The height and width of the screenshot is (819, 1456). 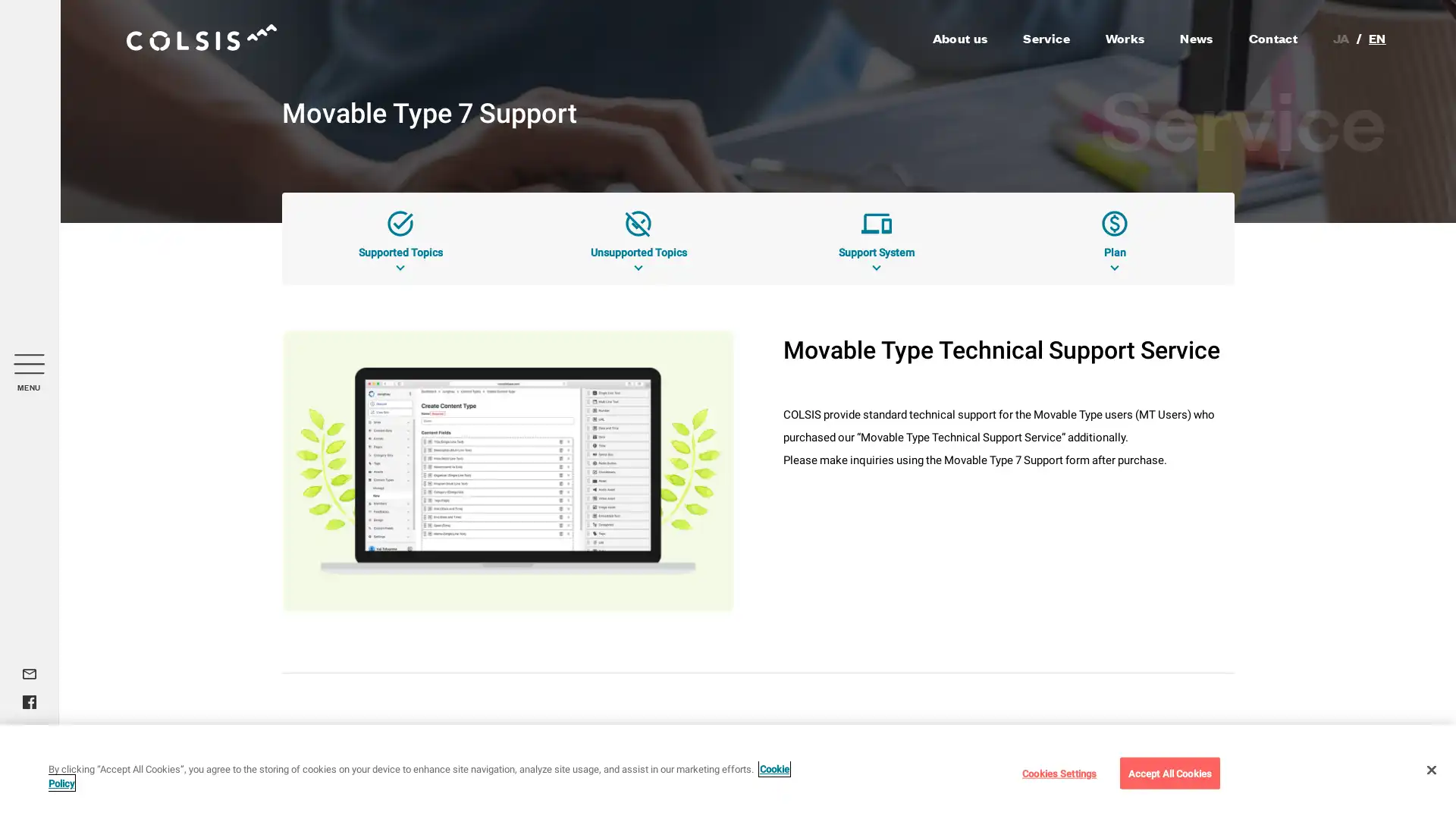 I want to click on Close, so click(x=1430, y=769).